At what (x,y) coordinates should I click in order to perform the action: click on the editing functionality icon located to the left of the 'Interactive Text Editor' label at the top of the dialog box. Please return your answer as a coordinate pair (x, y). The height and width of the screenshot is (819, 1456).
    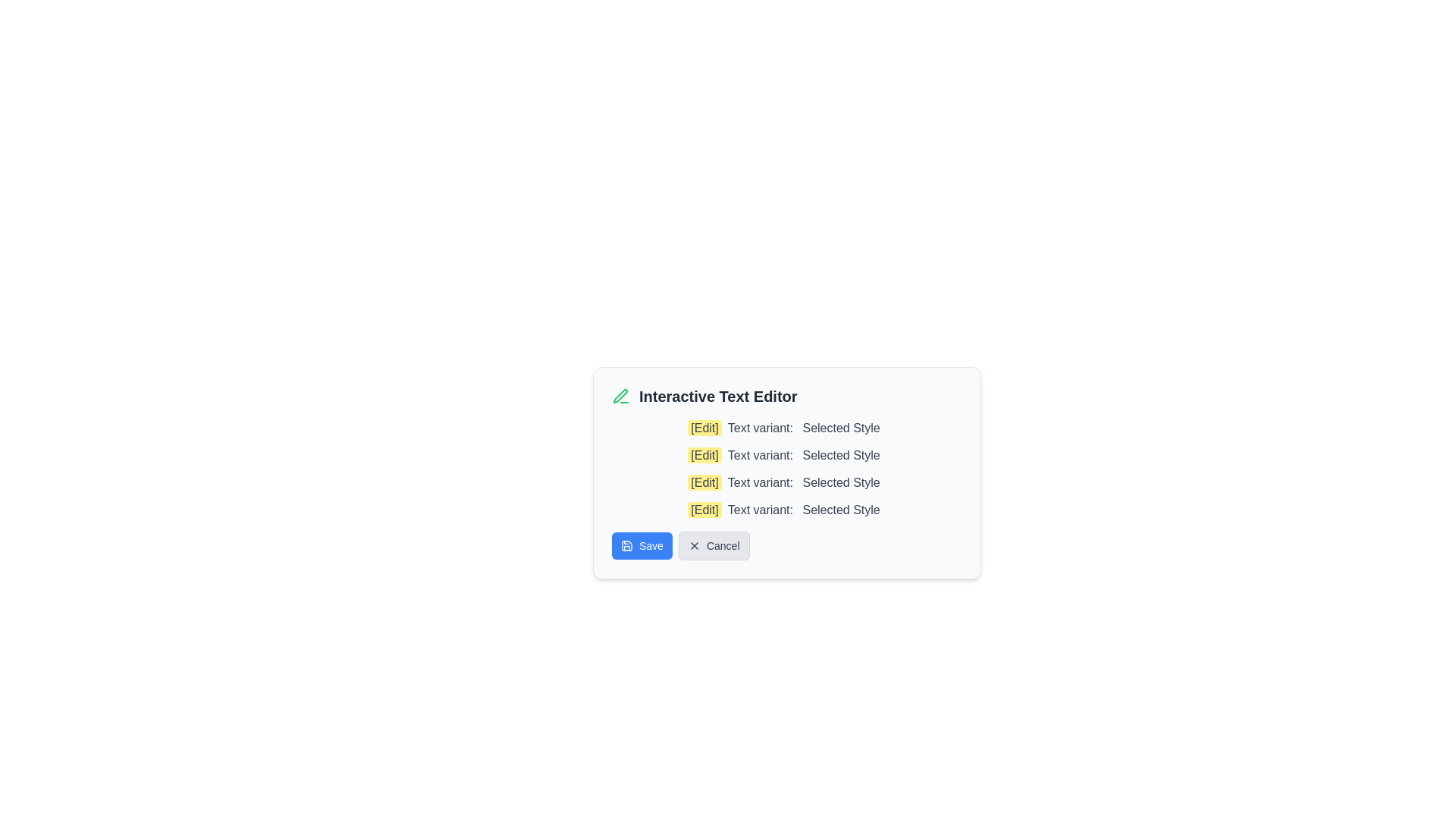
    Looking at the image, I should click on (621, 396).